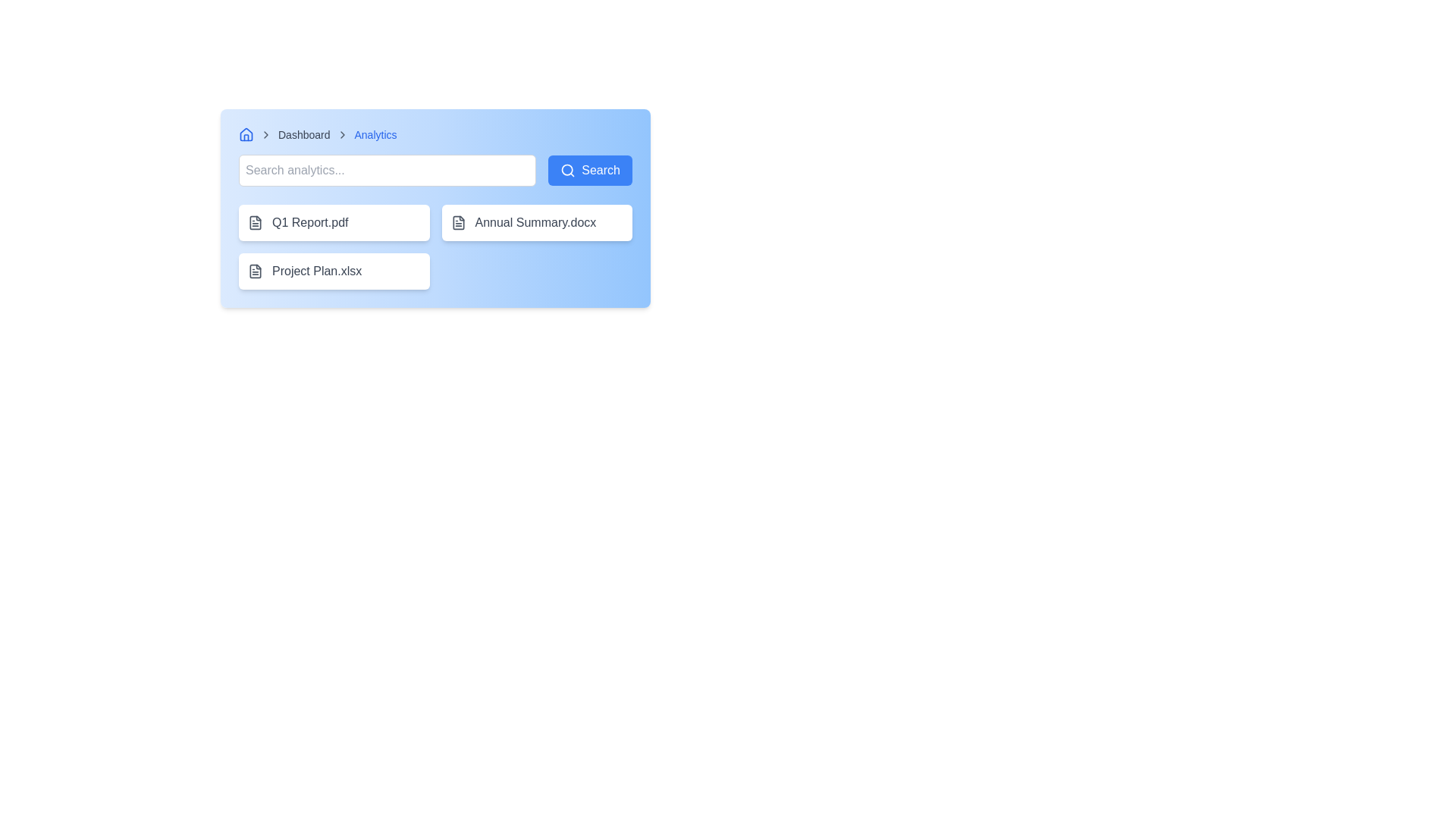  What do you see at coordinates (333, 222) in the screenshot?
I see `the document representation component labeled 'Q1 Report.pdf'` at bounding box center [333, 222].